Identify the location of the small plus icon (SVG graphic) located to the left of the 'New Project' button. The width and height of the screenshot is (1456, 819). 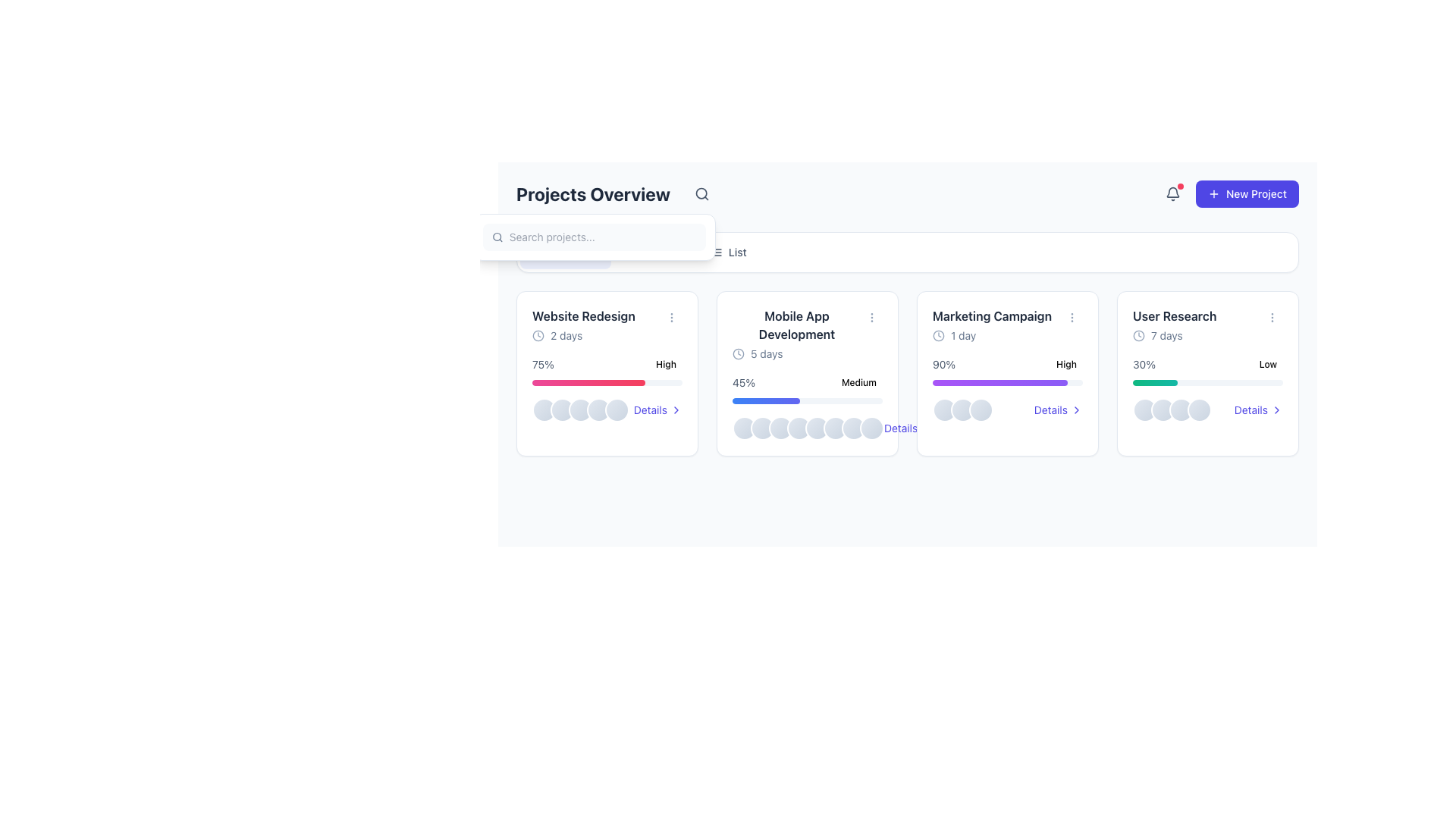
(1213, 193).